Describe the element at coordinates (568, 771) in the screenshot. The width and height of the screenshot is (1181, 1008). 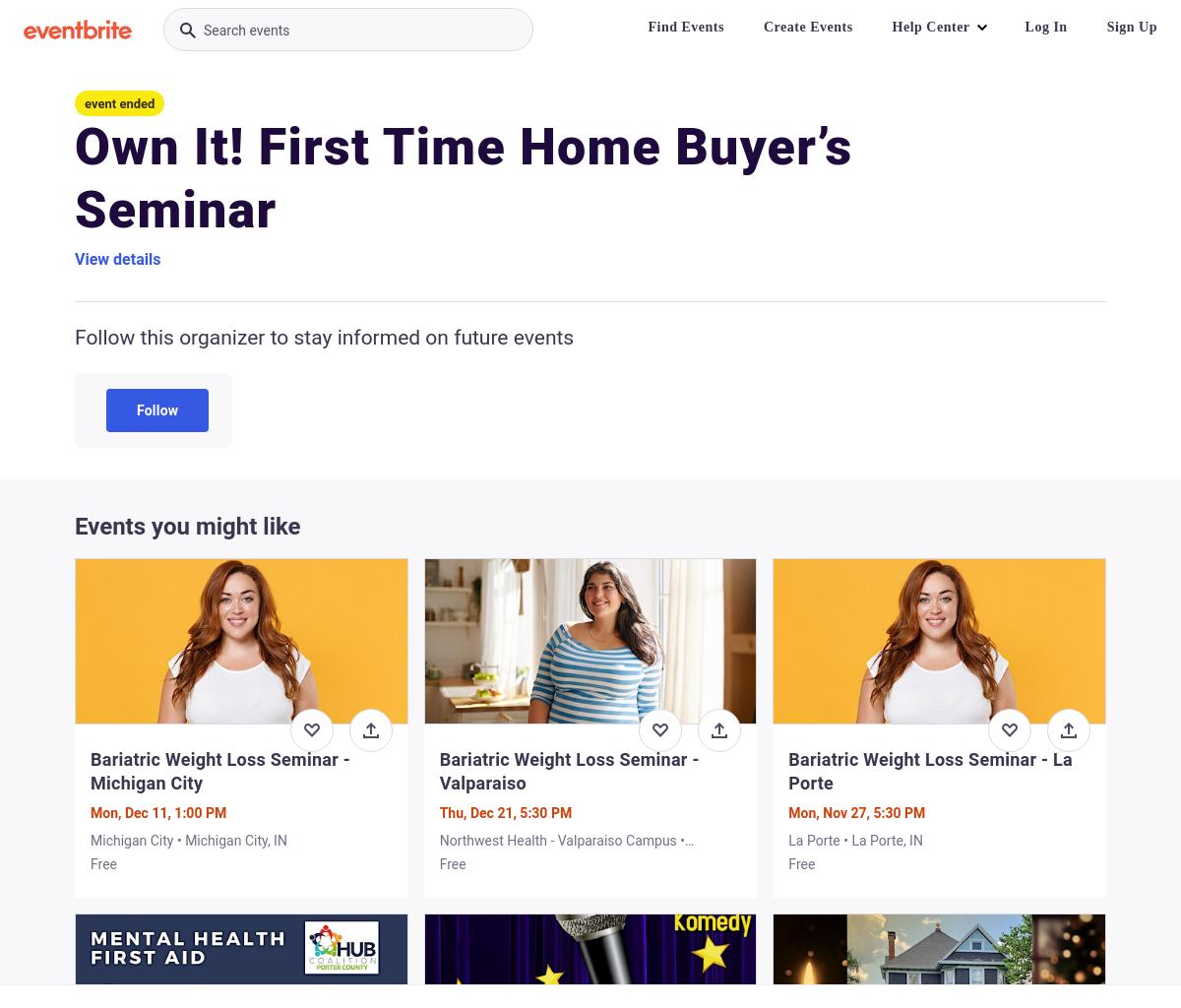
I see `'Bariatric  Weight Loss Seminar - Valparaiso'` at that location.